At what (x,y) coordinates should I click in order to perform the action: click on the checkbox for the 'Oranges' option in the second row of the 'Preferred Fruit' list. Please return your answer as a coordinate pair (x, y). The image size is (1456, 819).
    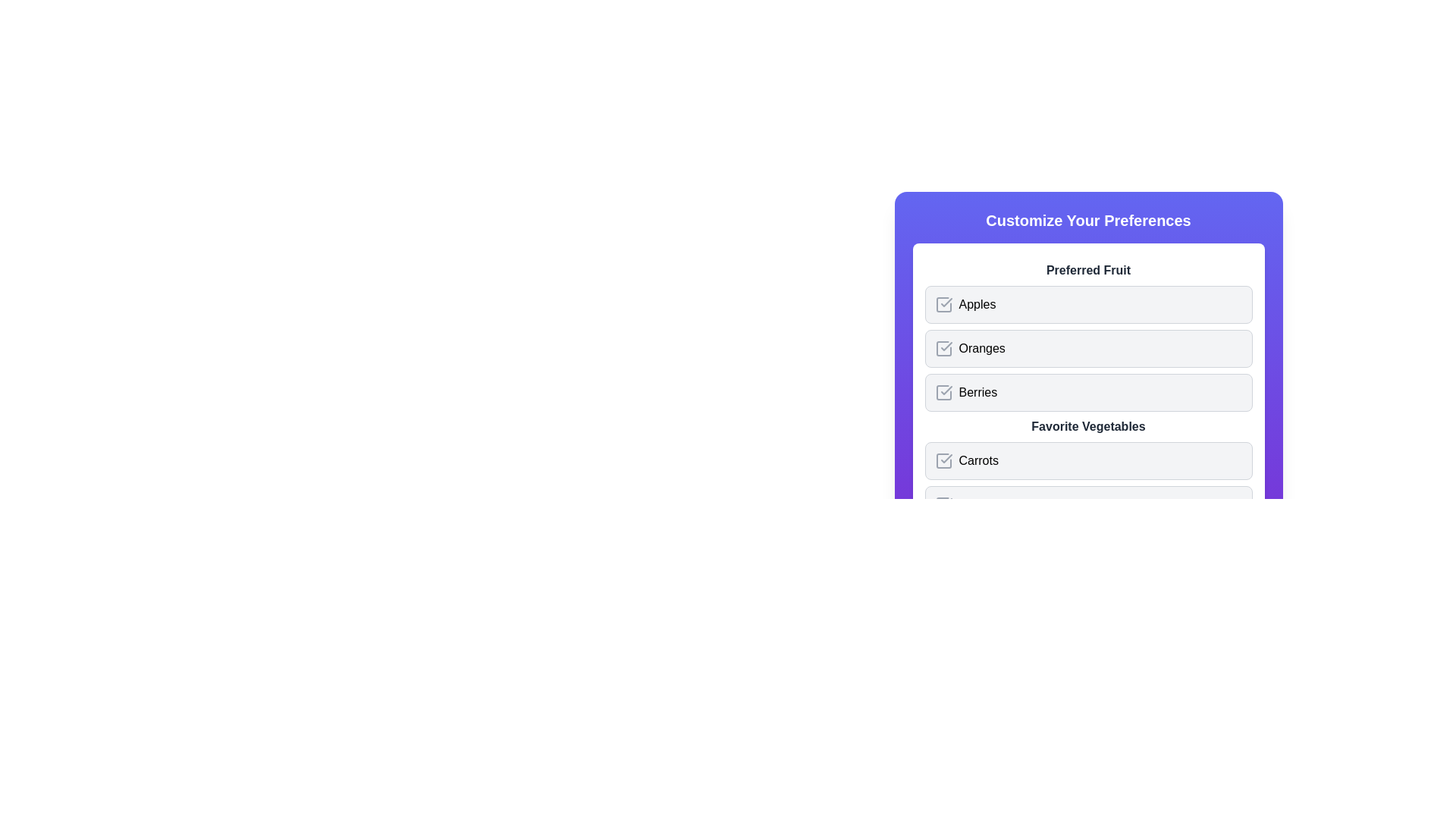
    Looking at the image, I should click on (1087, 348).